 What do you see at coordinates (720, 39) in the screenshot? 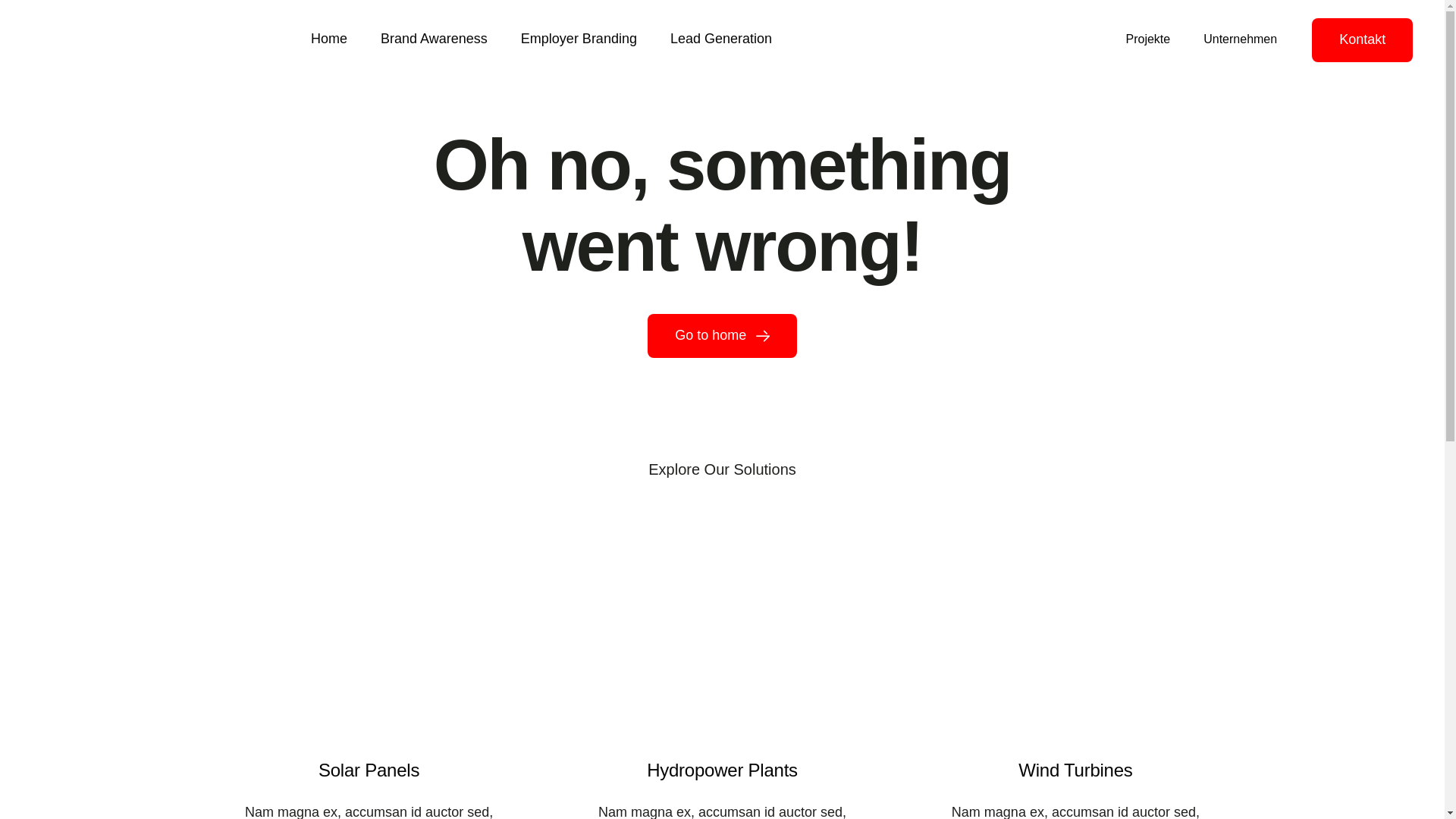
I see `'Lead Generation'` at bounding box center [720, 39].